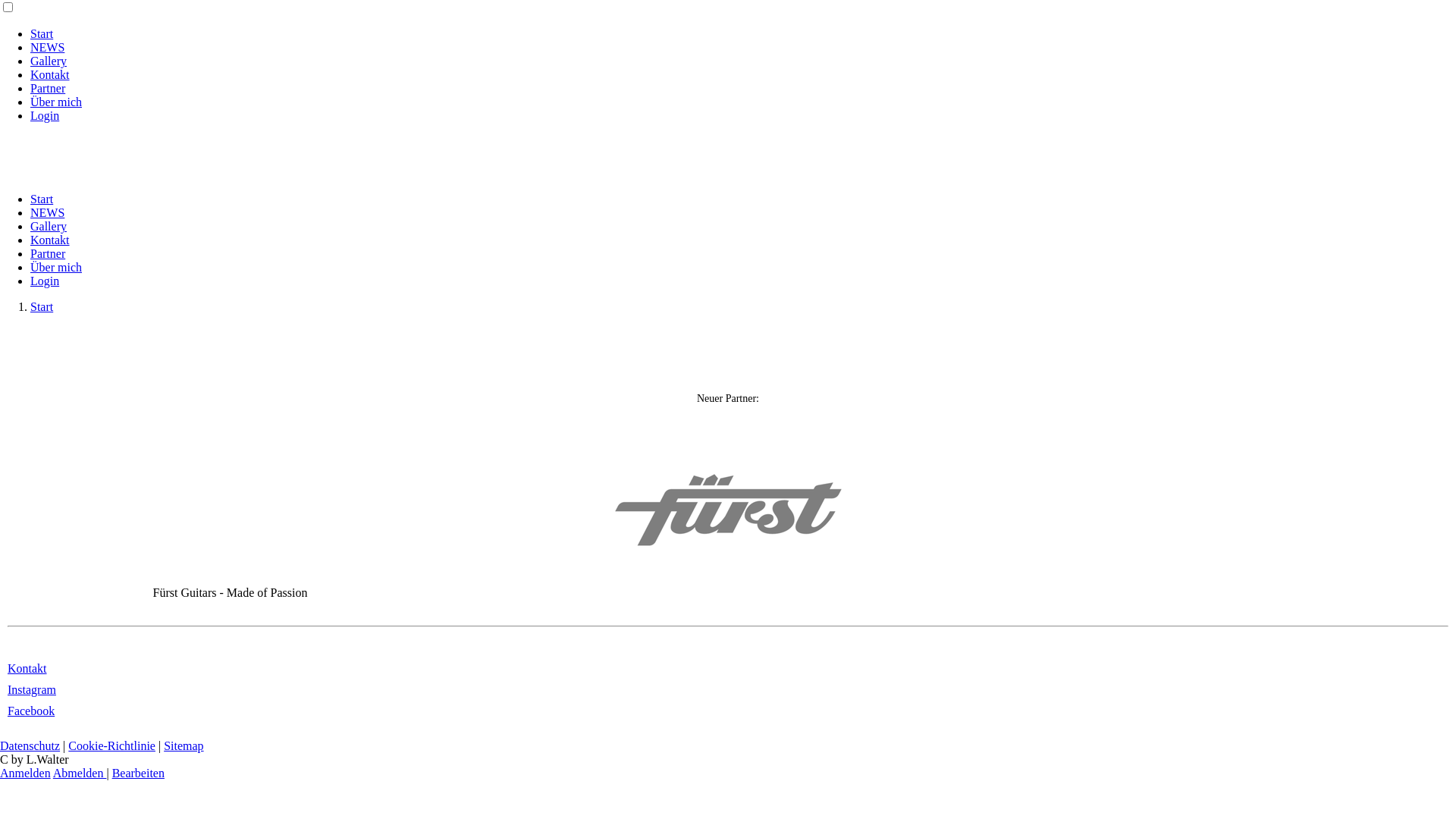 This screenshot has width=1456, height=819. I want to click on 'Start', so click(41, 33).